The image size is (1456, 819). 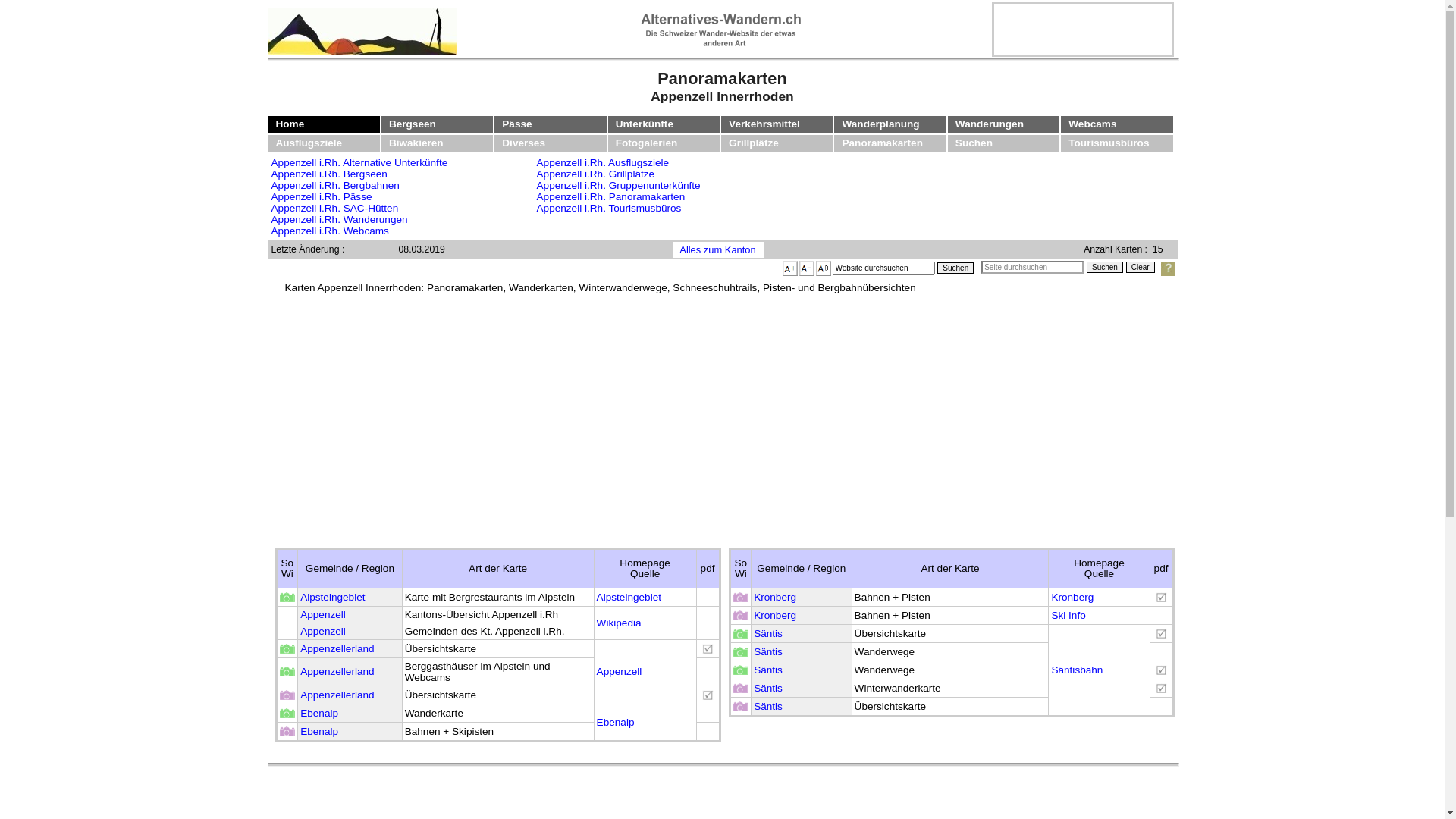 I want to click on 'Wikipedia', so click(x=619, y=623).